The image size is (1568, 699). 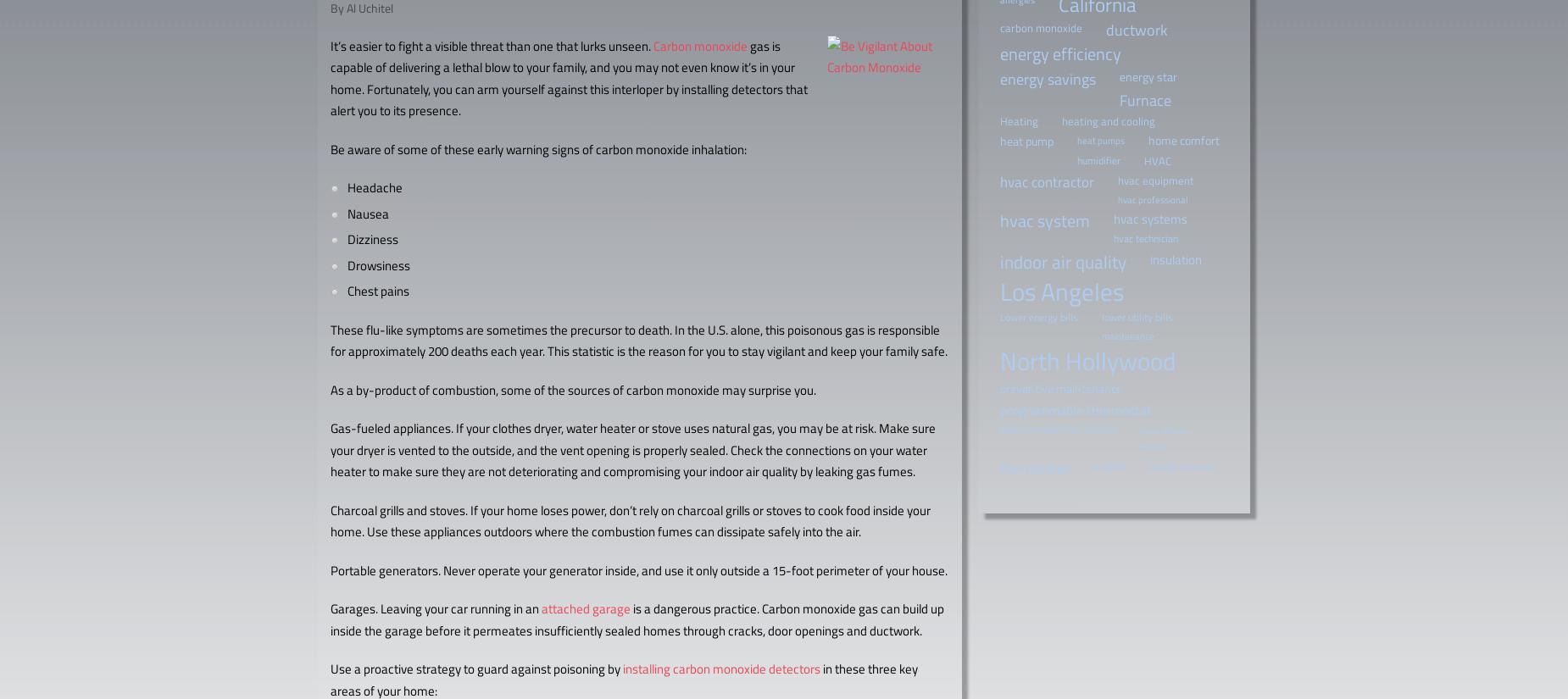 I want to click on 'If your home loses power, don’t rely on charcoal grills or stoves to cook food inside your home. Use these appliances outdoors where the combustion fumes can dissipate safely into the air.', so click(x=631, y=520).